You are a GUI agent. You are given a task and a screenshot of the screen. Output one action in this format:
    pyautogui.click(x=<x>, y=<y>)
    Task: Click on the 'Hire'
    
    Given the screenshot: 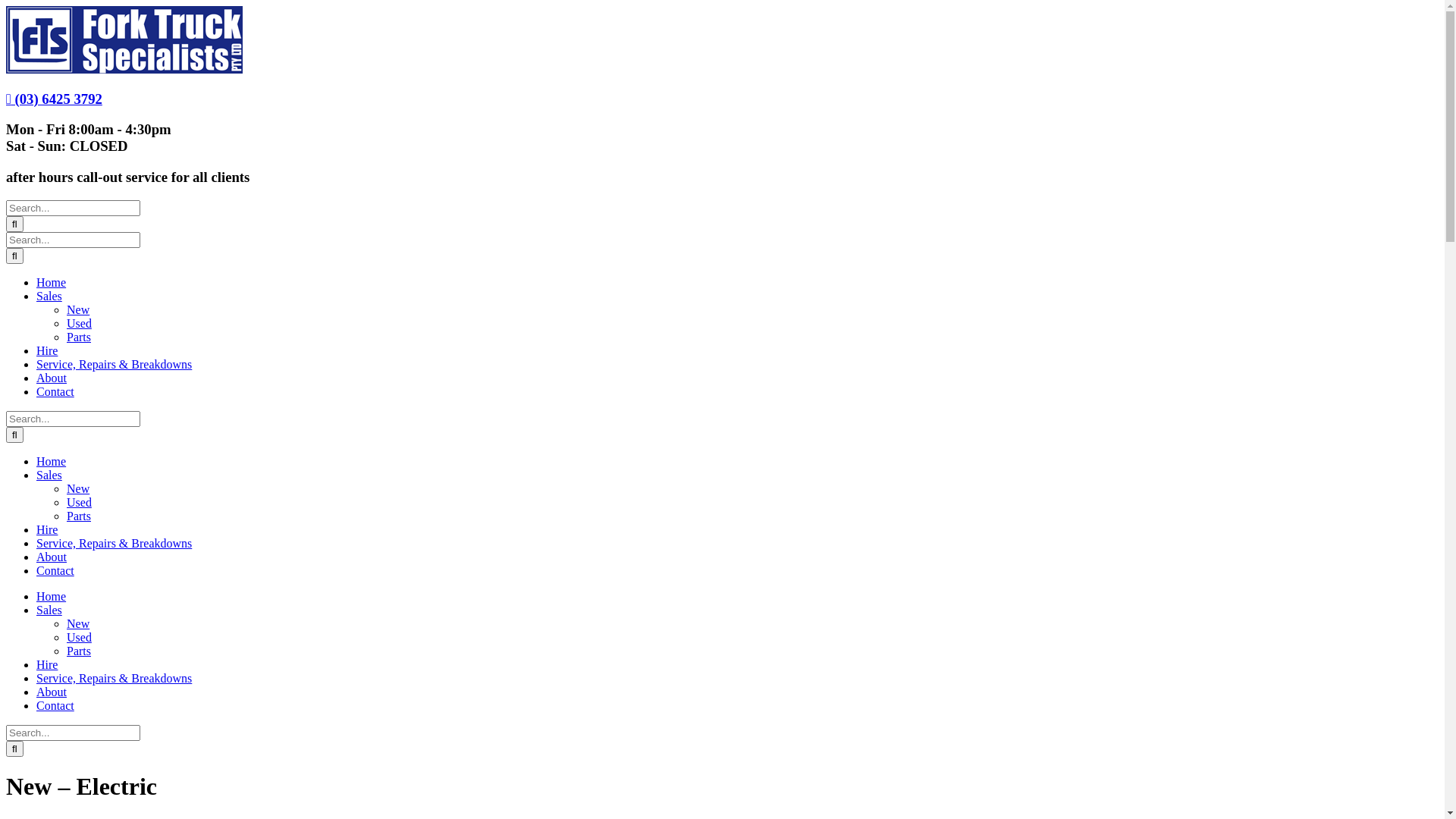 What is the action you would take?
    pyautogui.click(x=47, y=350)
    